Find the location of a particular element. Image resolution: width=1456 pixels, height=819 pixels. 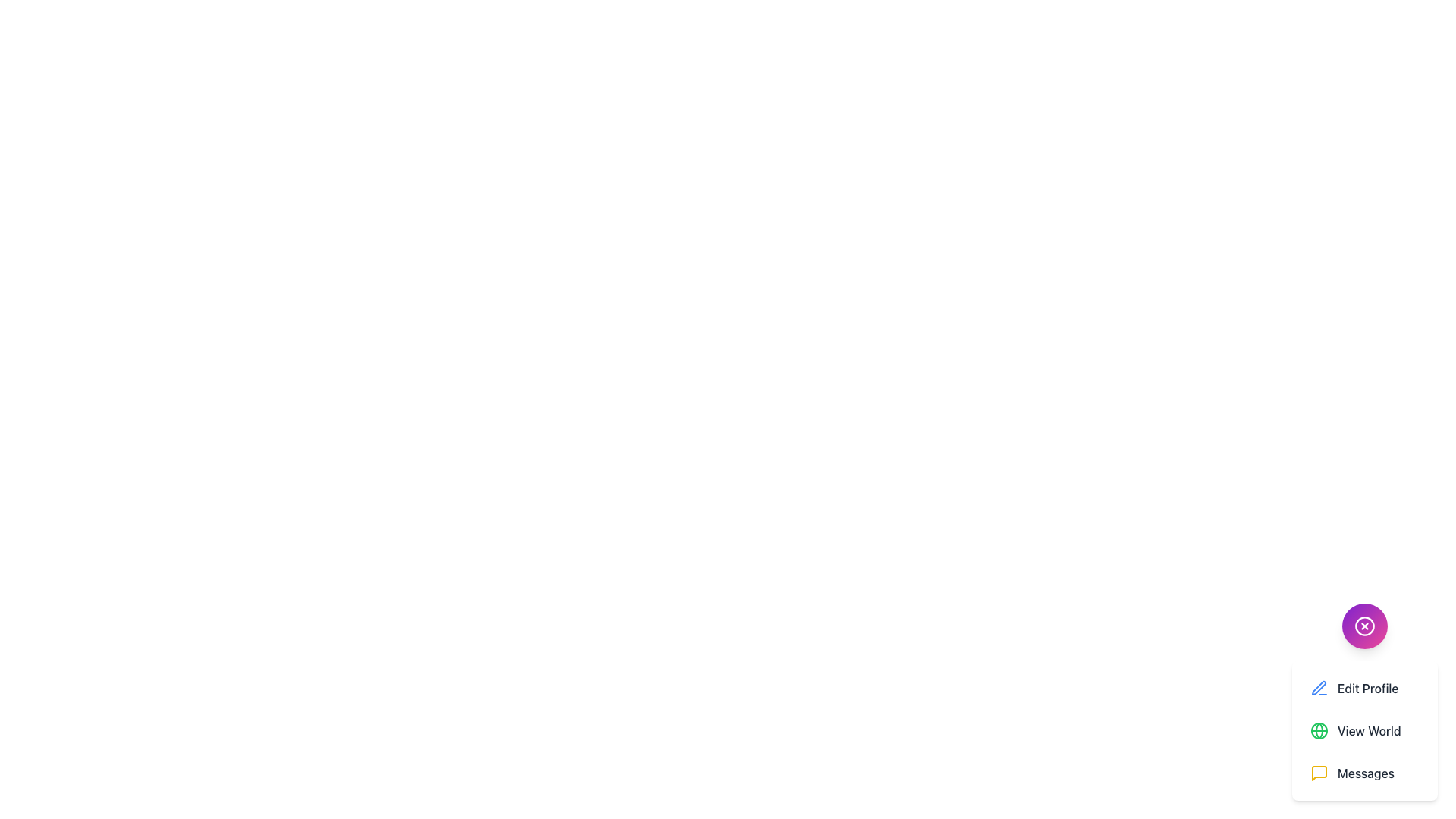

the 'Messages' button located at the bottom of a vertical list of buttons, which is positioned below the 'View World' button is located at coordinates (1365, 773).